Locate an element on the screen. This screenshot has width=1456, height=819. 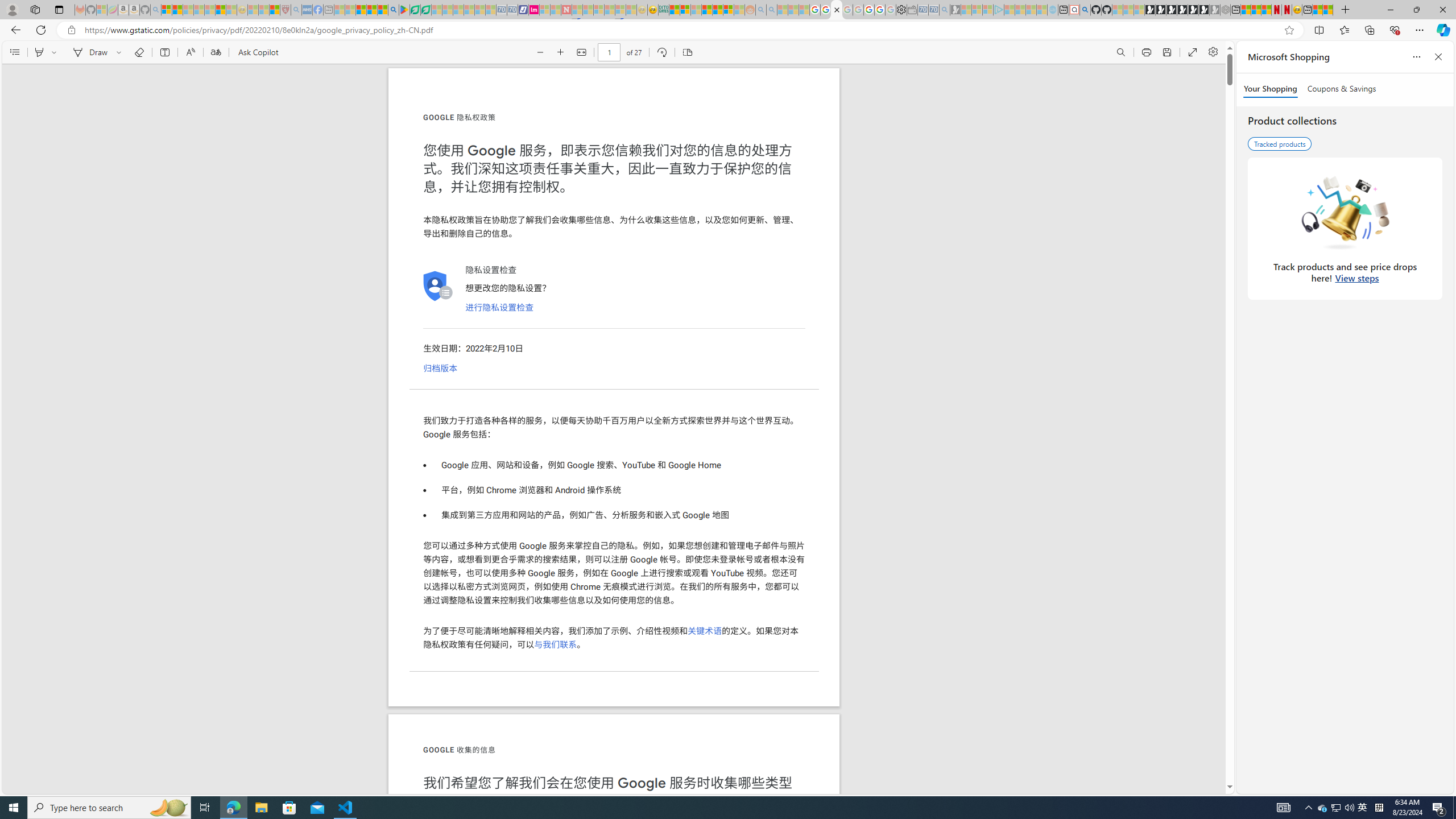
'Select a highlight color' is located at coordinates (55, 52).